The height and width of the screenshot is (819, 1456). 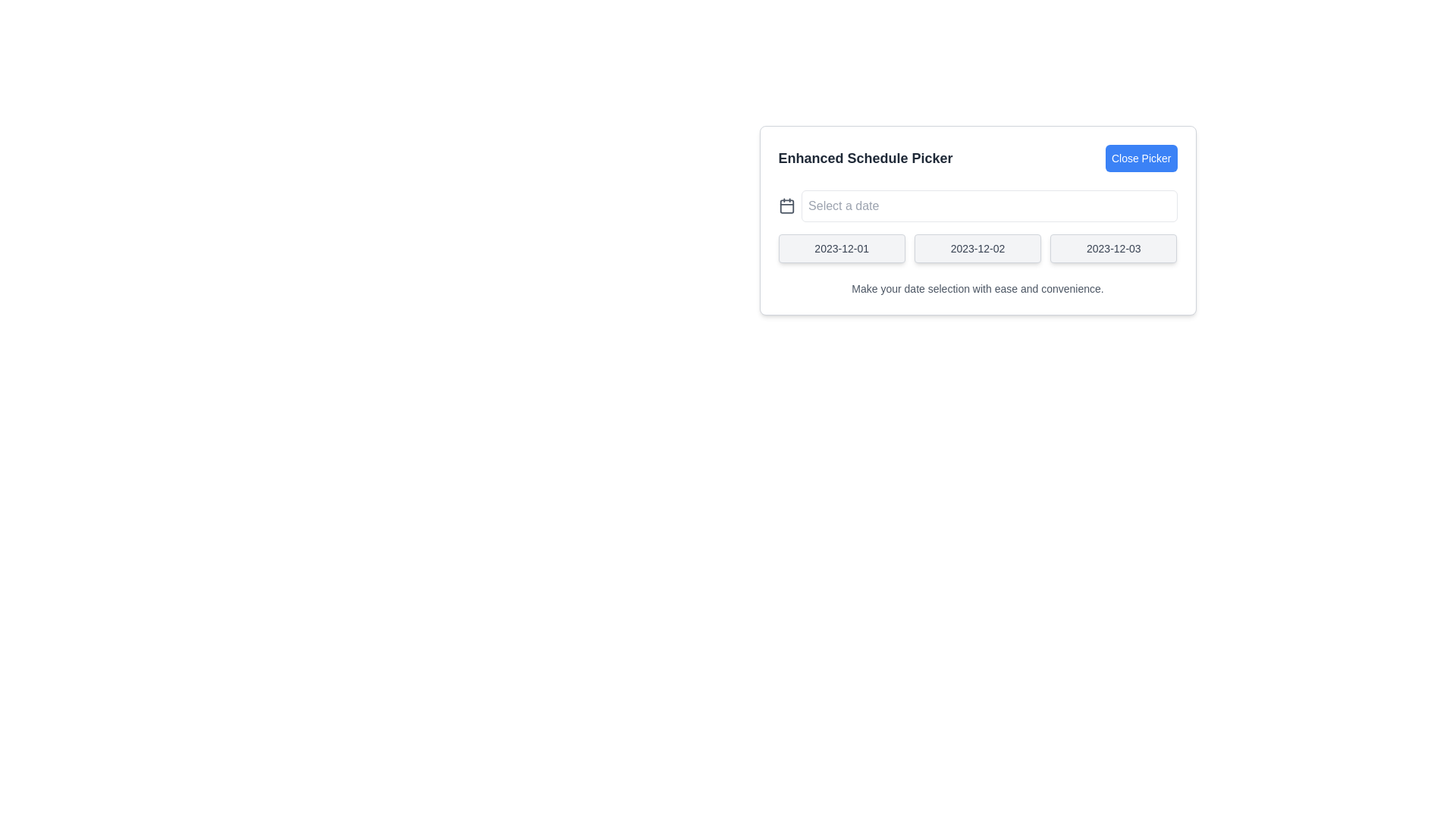 What do you see at coordinates (977, 247) in the screenshot?
I see `the button labeled '2023-12-02', which is the second button from the left in a row of three buttons within the date selector component` at bounding box center [977, 247].